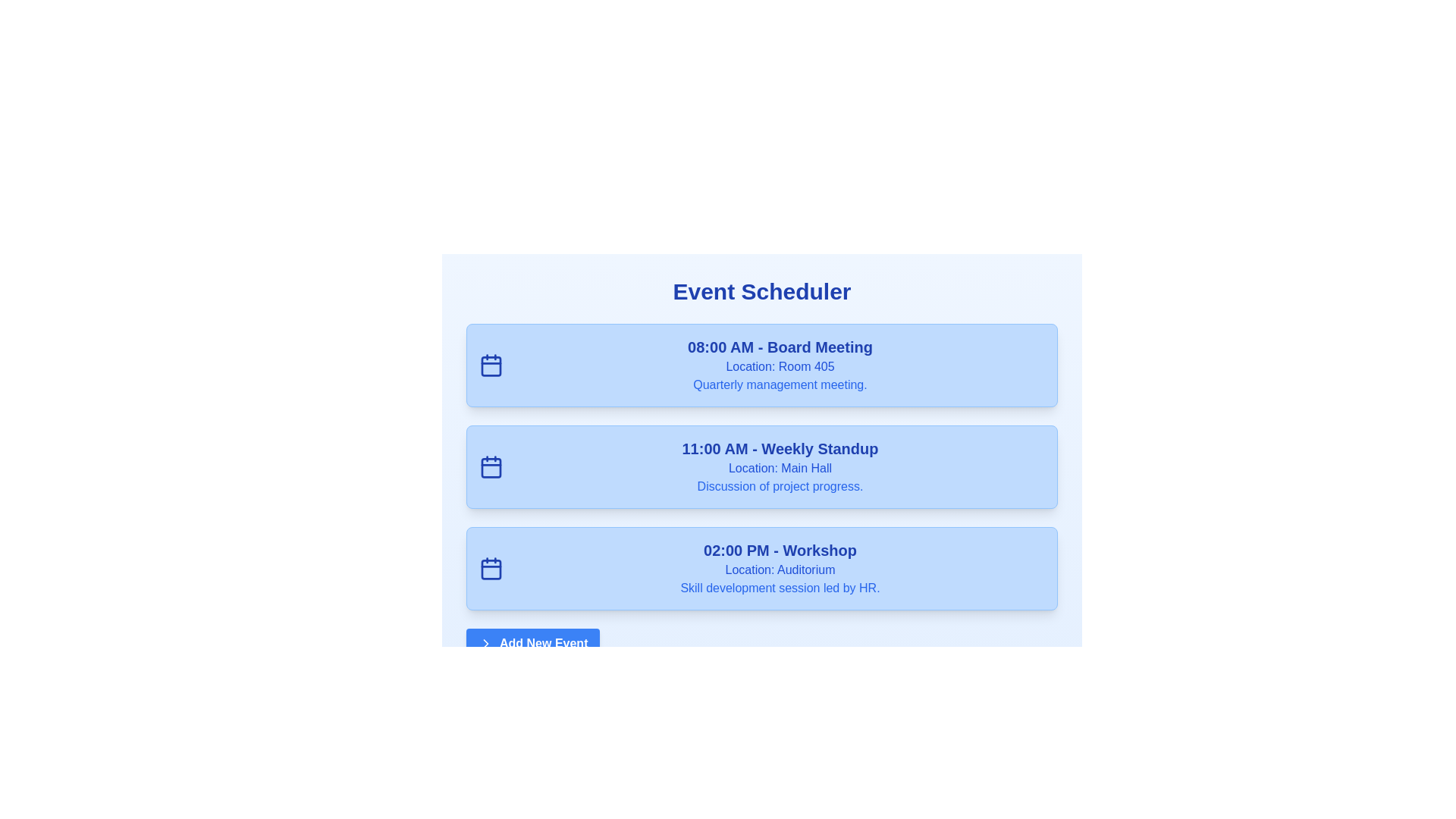 This screenshot has width=1456, height=819. Describe the element at coordinates (780, 570) in the screenshot. I see `the static text indicating the location of the scheduled event 'Auditorium', which is positioned below the title '02:00 PM - Workshop'` at that location.